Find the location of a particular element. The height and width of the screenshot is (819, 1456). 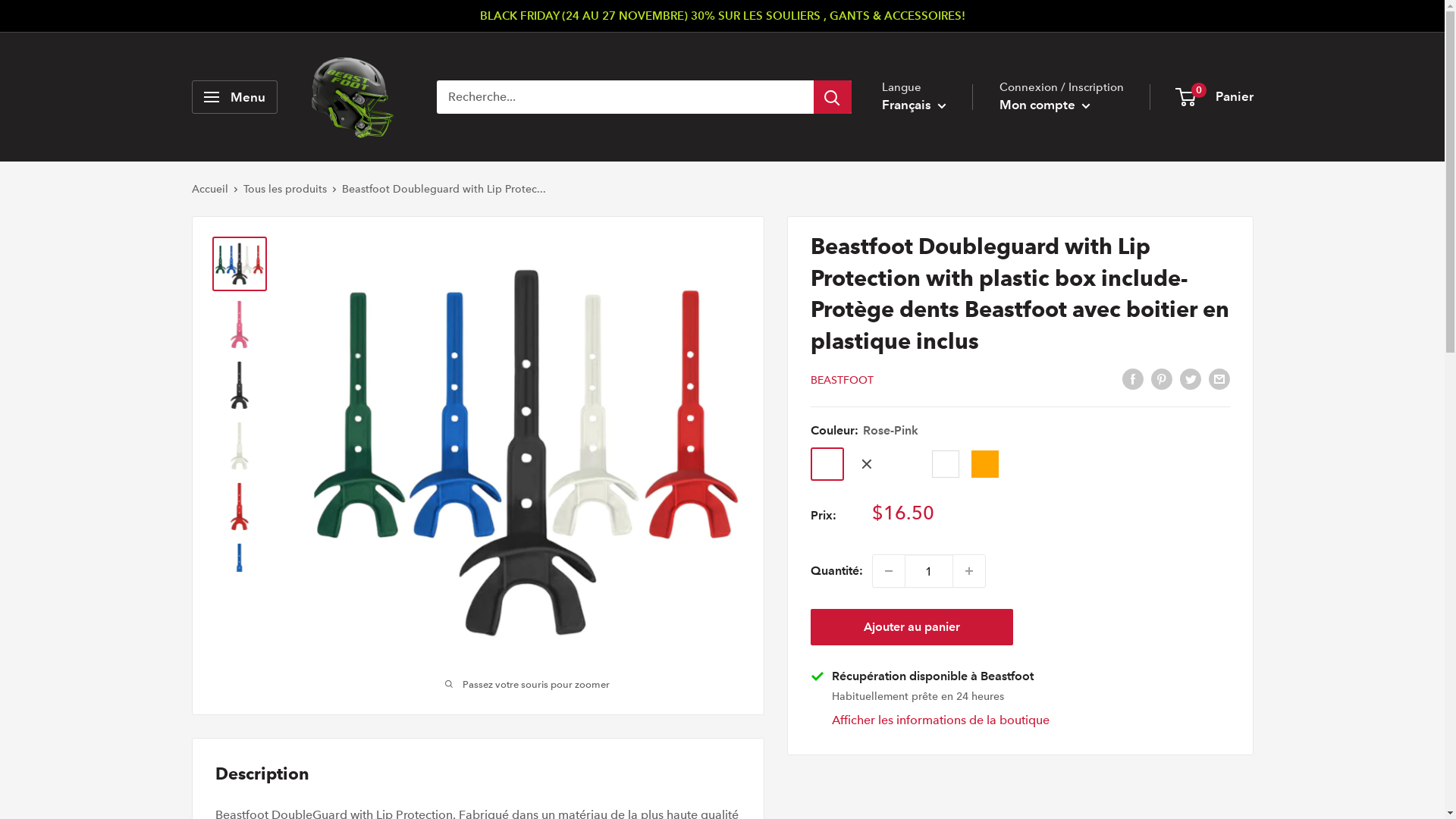

'Accueil' is located at coordinates (190, 188).